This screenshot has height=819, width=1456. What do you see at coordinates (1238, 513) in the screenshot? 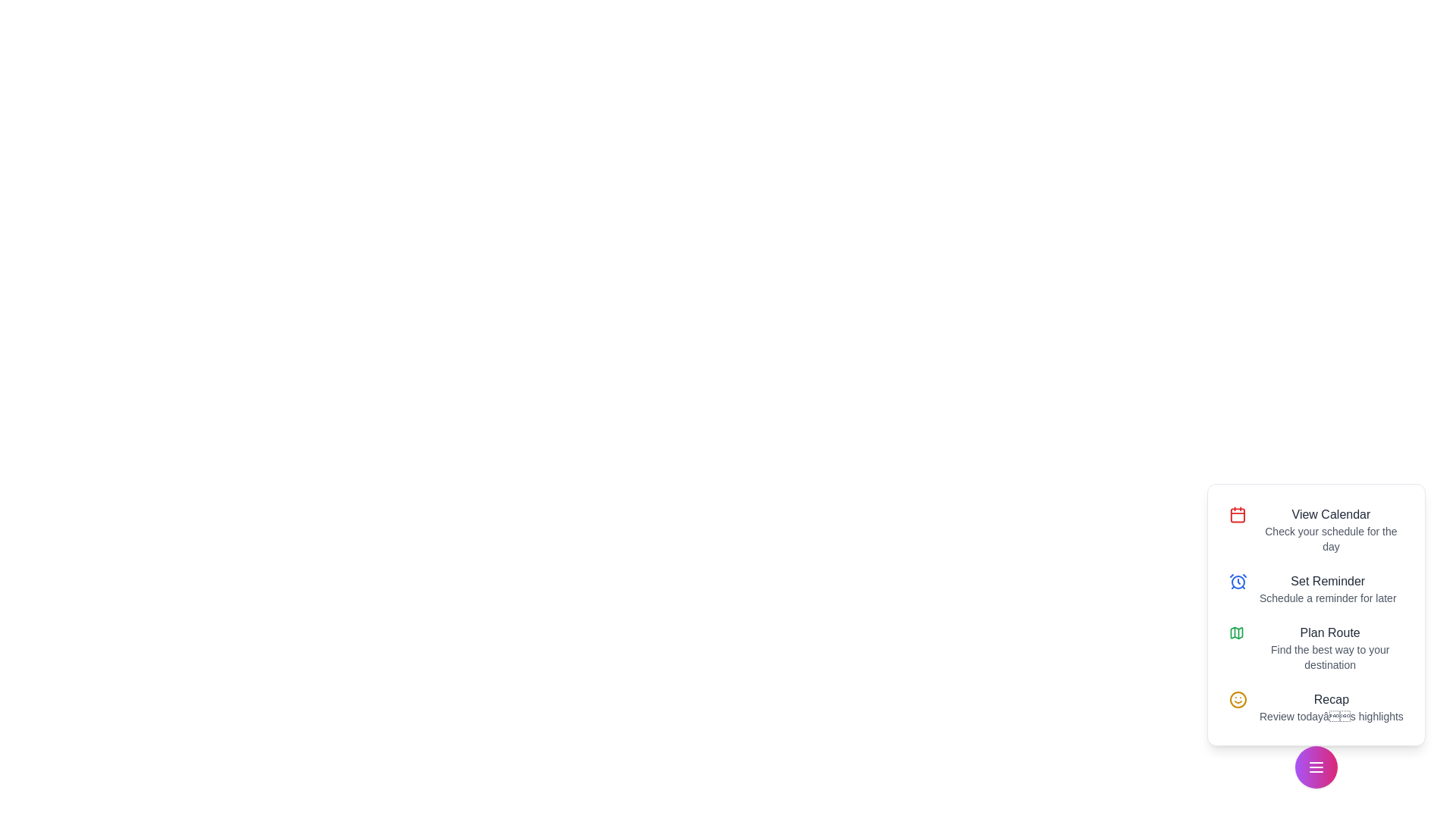
I see `the View Calendar icon to perform the corresponding action` at bounding box center [1238, 513].